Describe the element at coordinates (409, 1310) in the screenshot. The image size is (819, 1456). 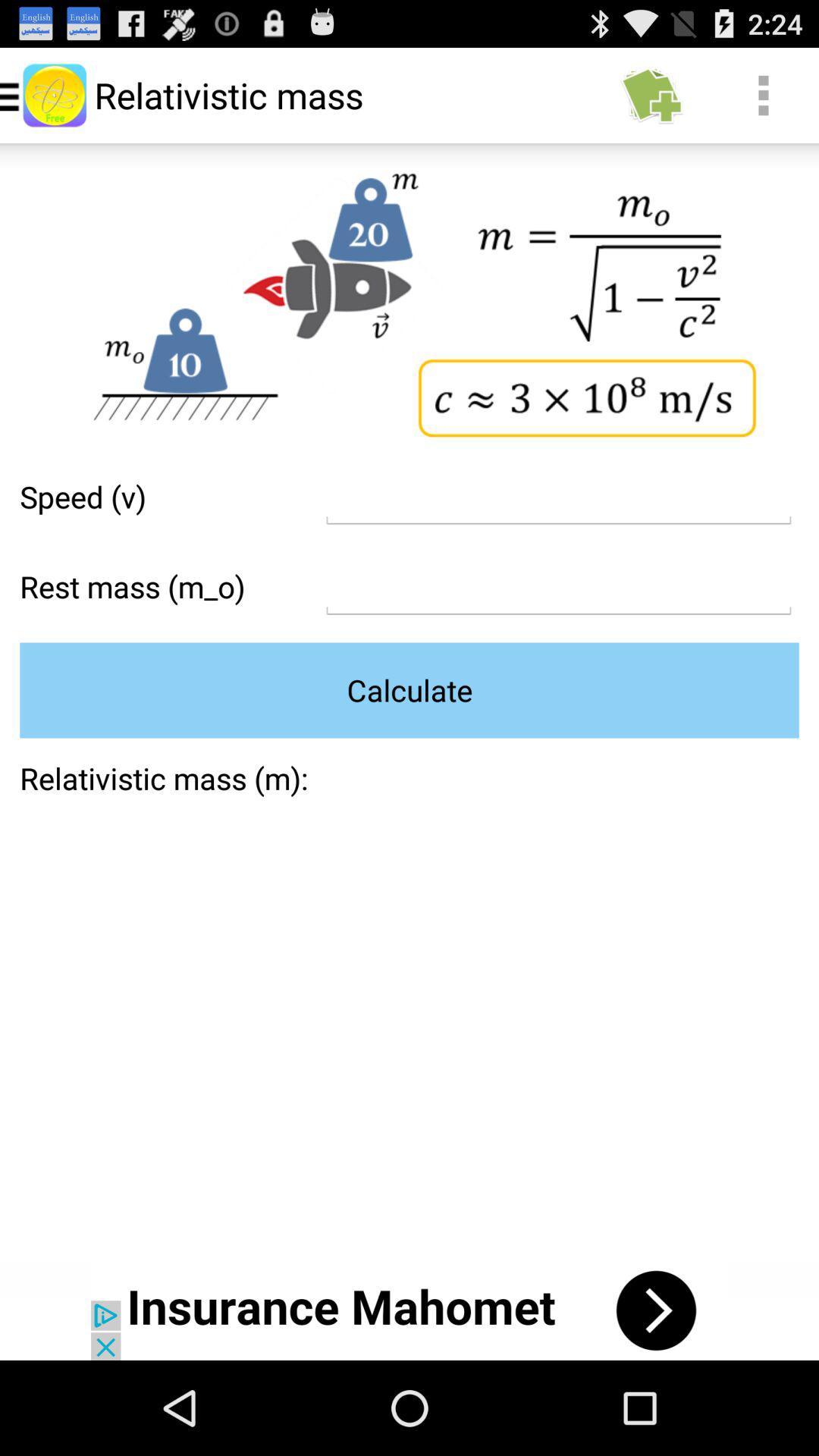
I see `insurance add` at that location.